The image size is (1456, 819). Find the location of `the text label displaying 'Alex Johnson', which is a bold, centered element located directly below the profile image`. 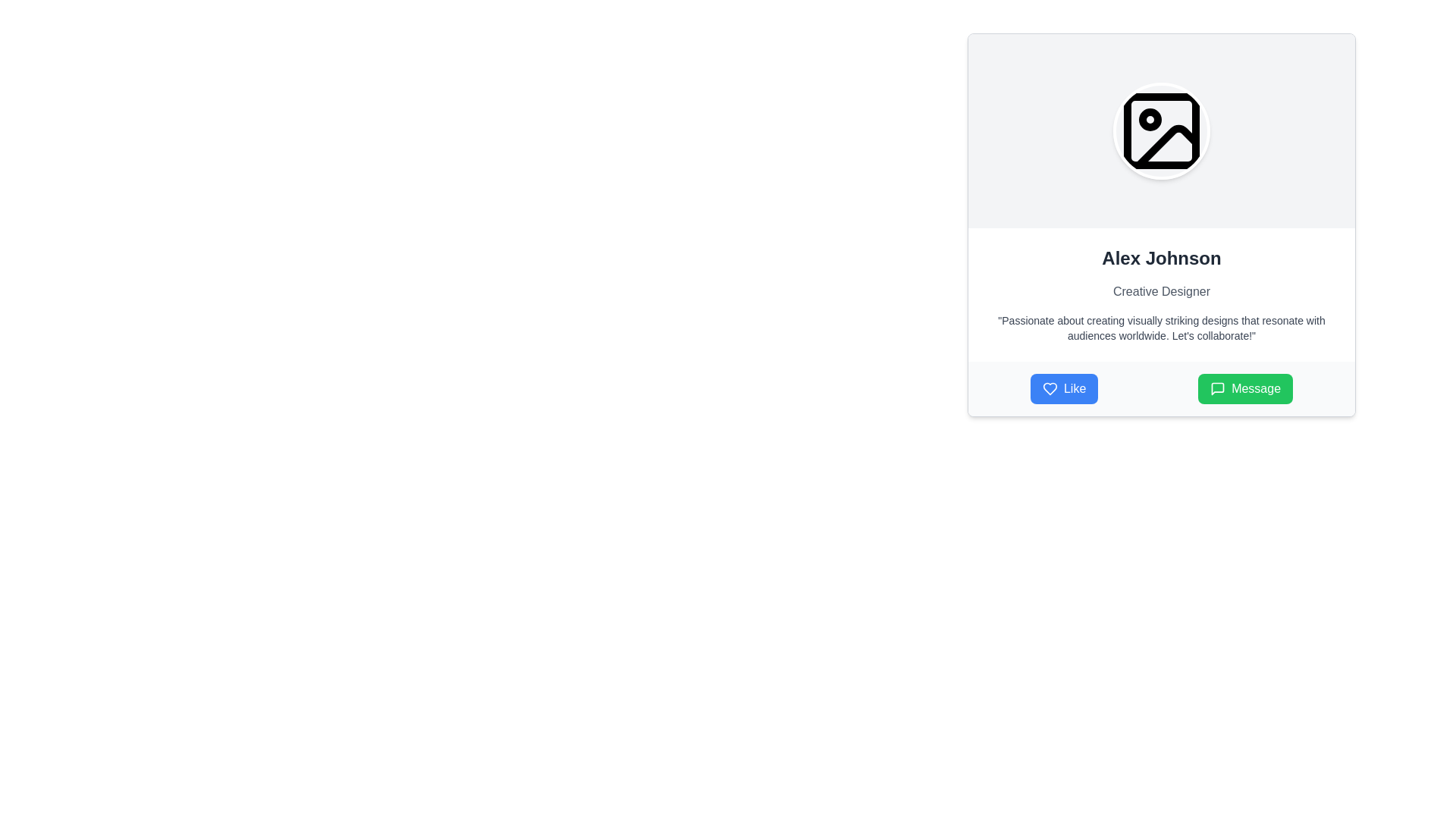

the text label displaying 'Alex Johnson', which is a bold, centered element located directly below the profile image is located at coordinates (1160, 257).